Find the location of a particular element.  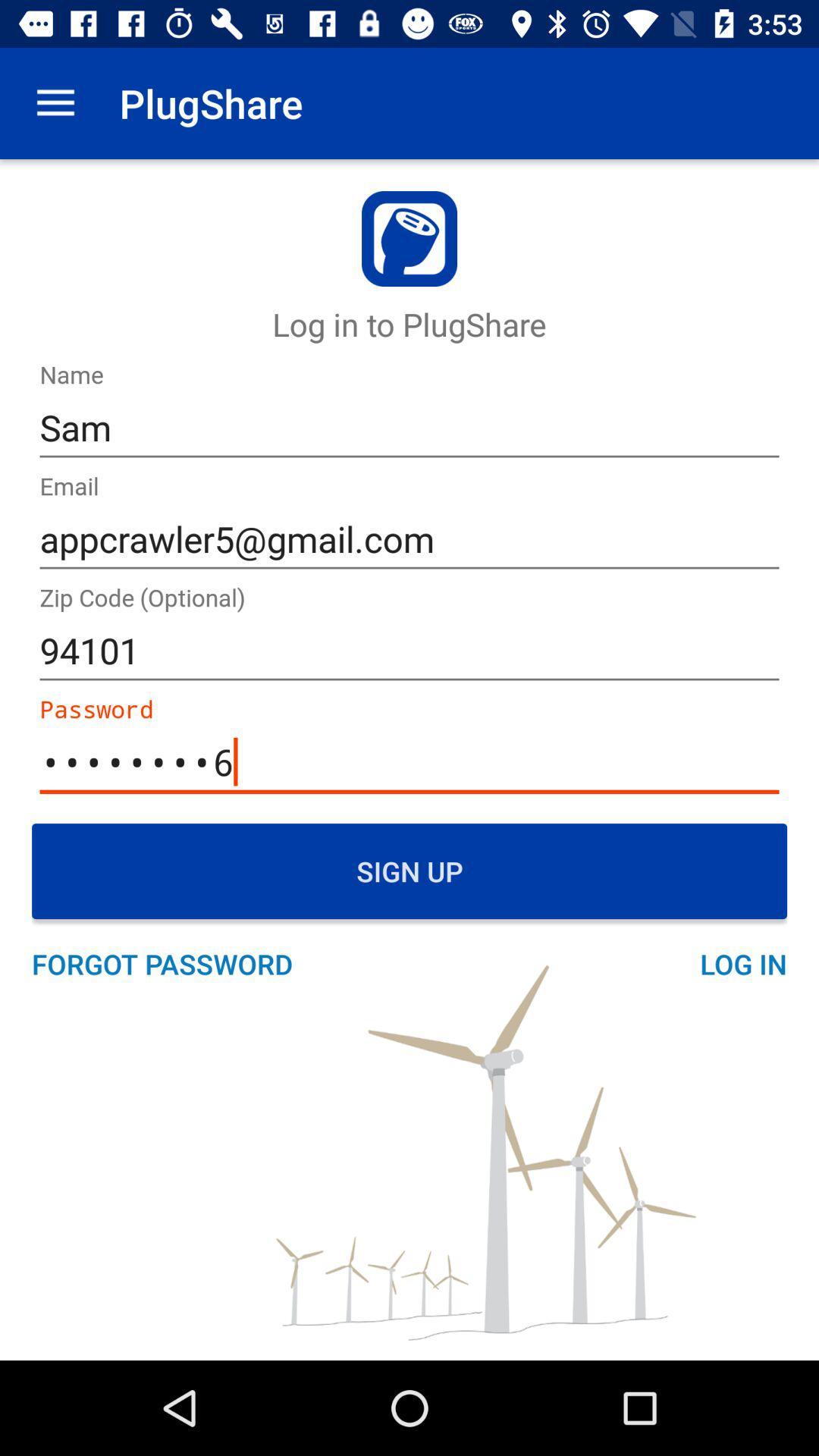

the icon to the left of the plugshare item is located at coordinates (55, 102).